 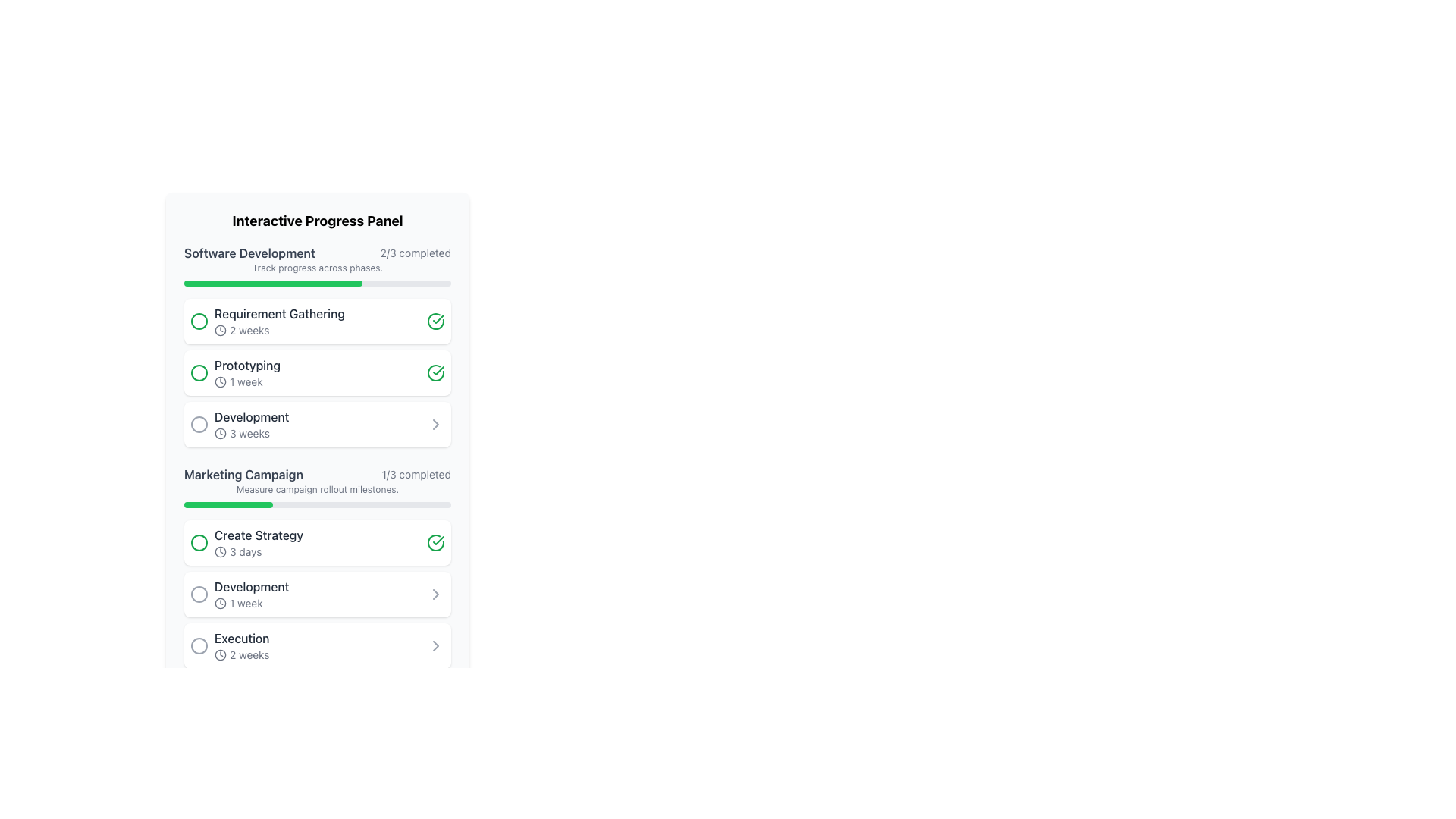 What do you see at coordinates (220, 433) in the screenshot?
I see `the circular graphical element within the clock icon next to the 'Development' text, which indicates a duration of '3 weeks' in the 'Software Development' section` at bounding box center [220, 433].